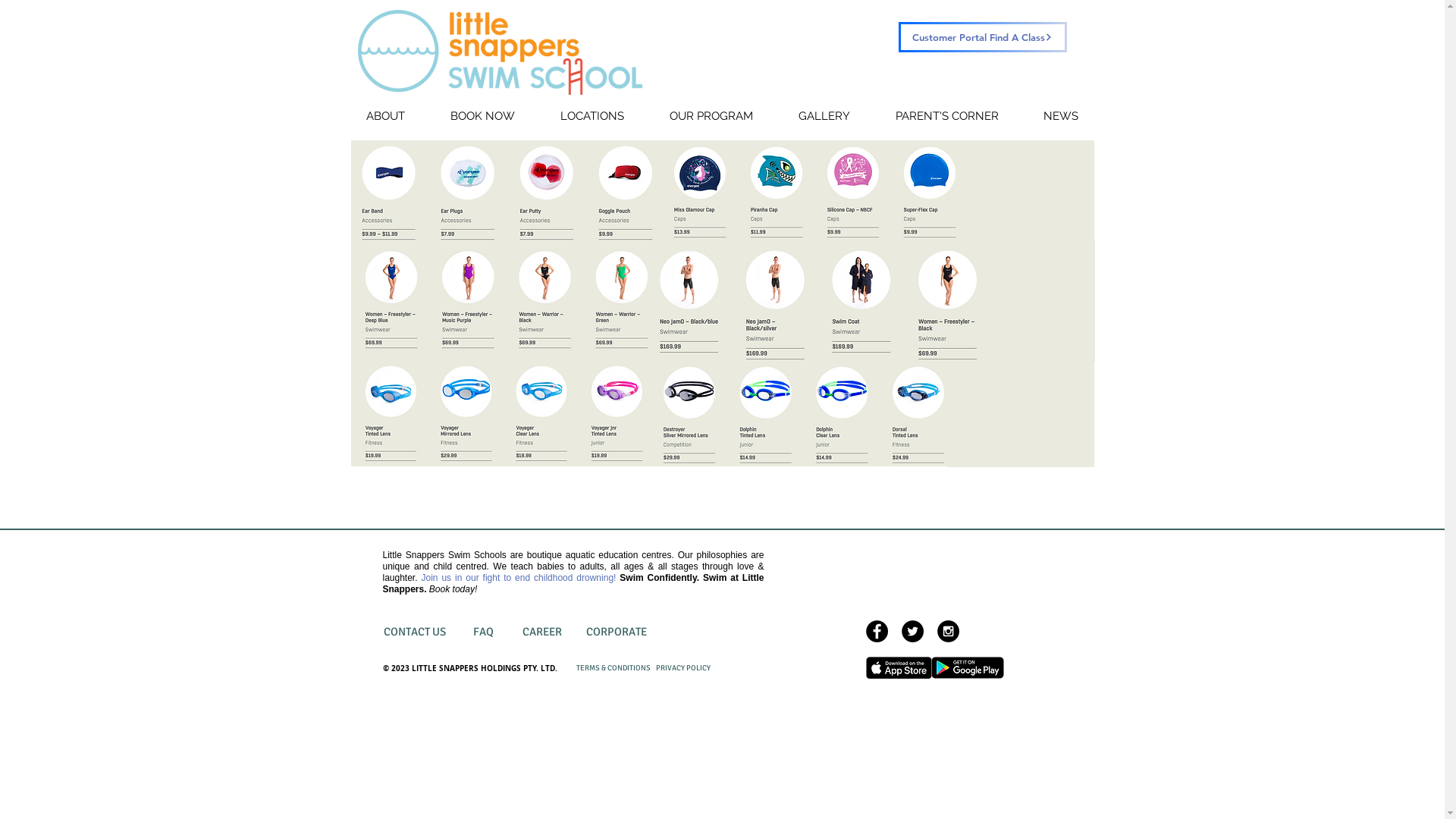  I want to click on 'NEWS', so click(1059, 115).